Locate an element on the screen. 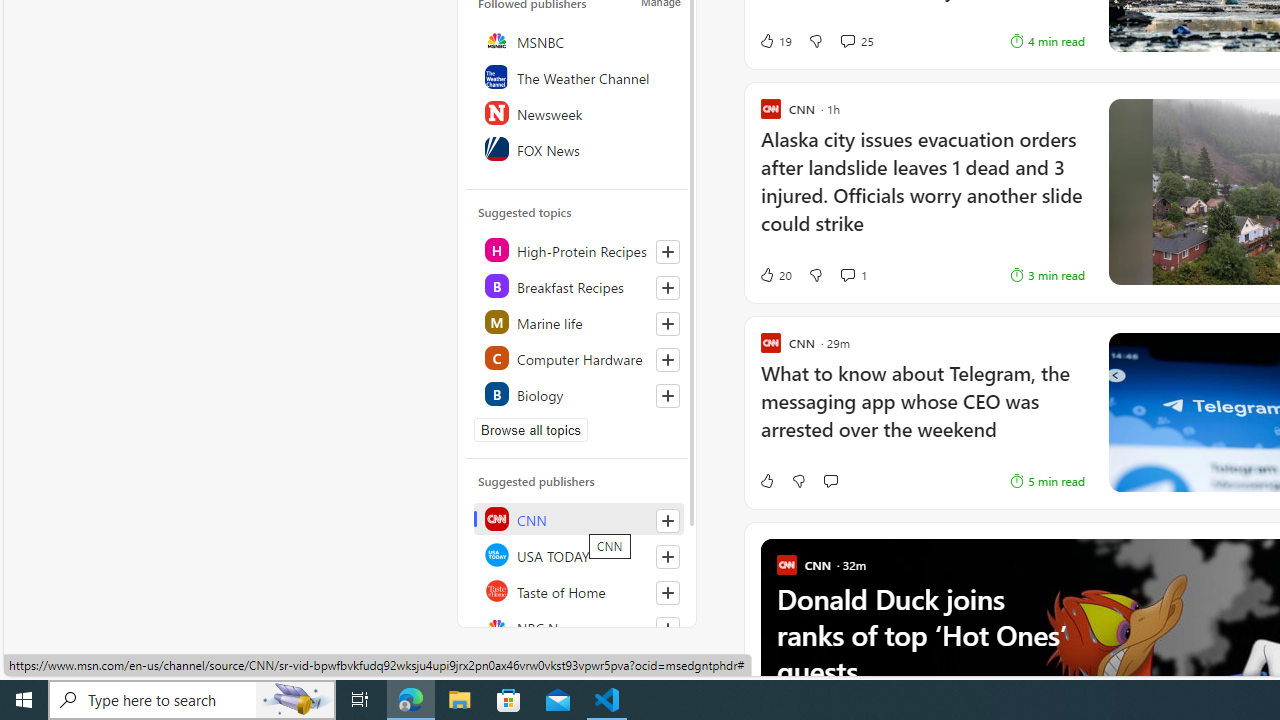 The width and height of the screenshot is (1280, 720). 'View comments 25 Comment' is located at coordinates (856, 41).